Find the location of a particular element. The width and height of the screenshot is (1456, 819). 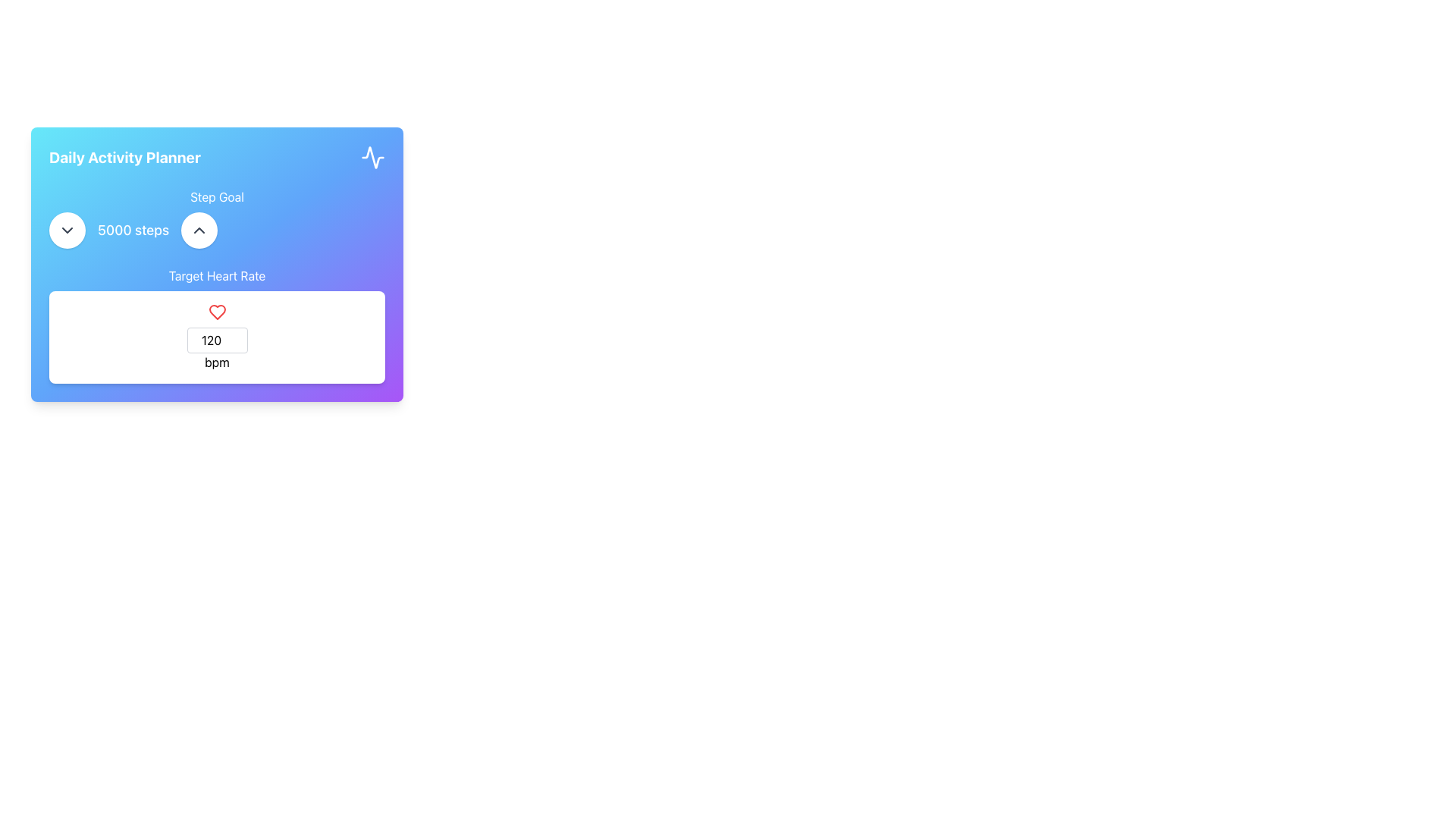

the circular button icon located directly to the right of the '5000 steps' text under the 'Step Goal' section is located at coordinates (67, 231).